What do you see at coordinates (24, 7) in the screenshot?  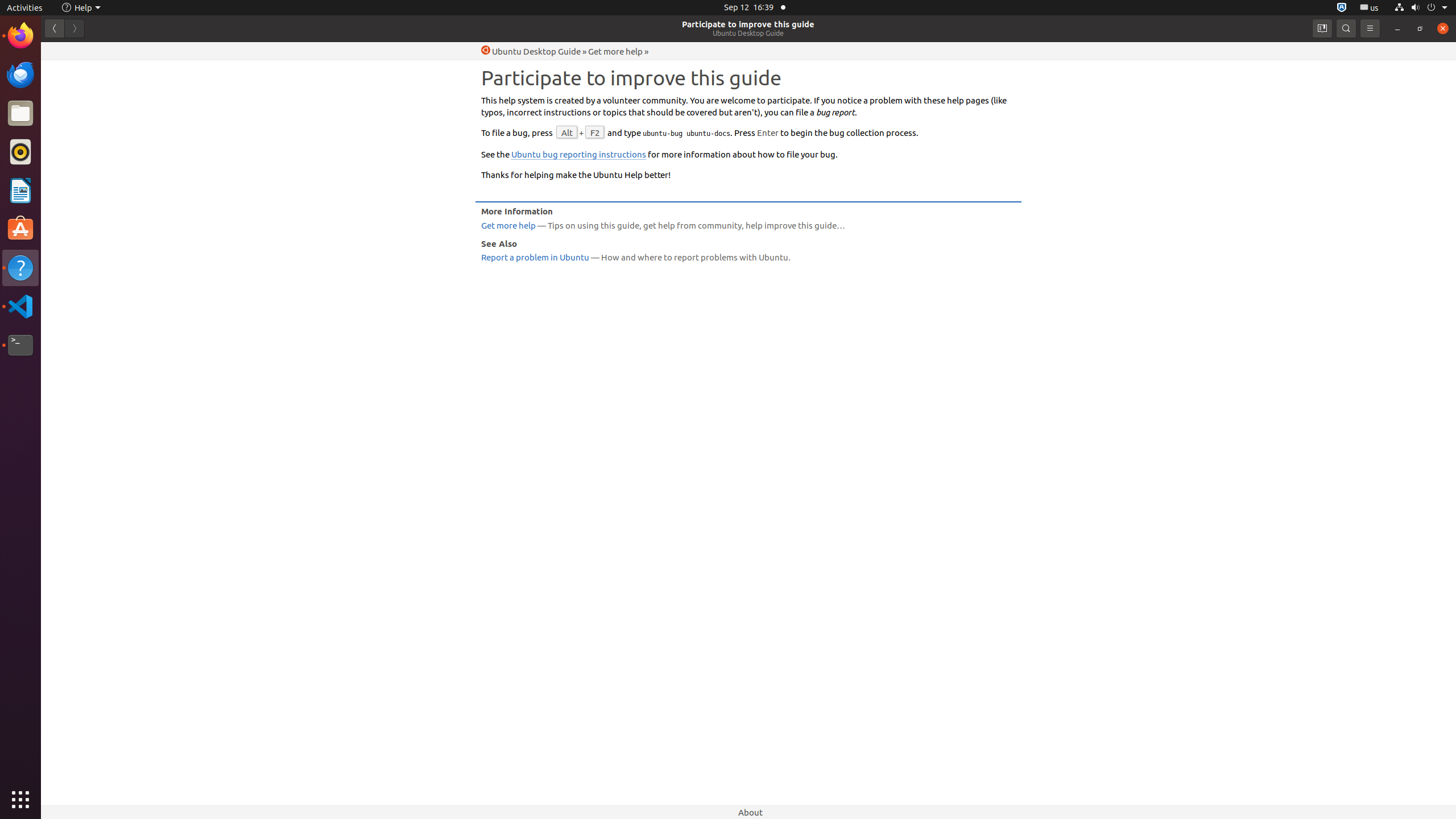 I see `'Activities'` at bounding box center [24, 7].